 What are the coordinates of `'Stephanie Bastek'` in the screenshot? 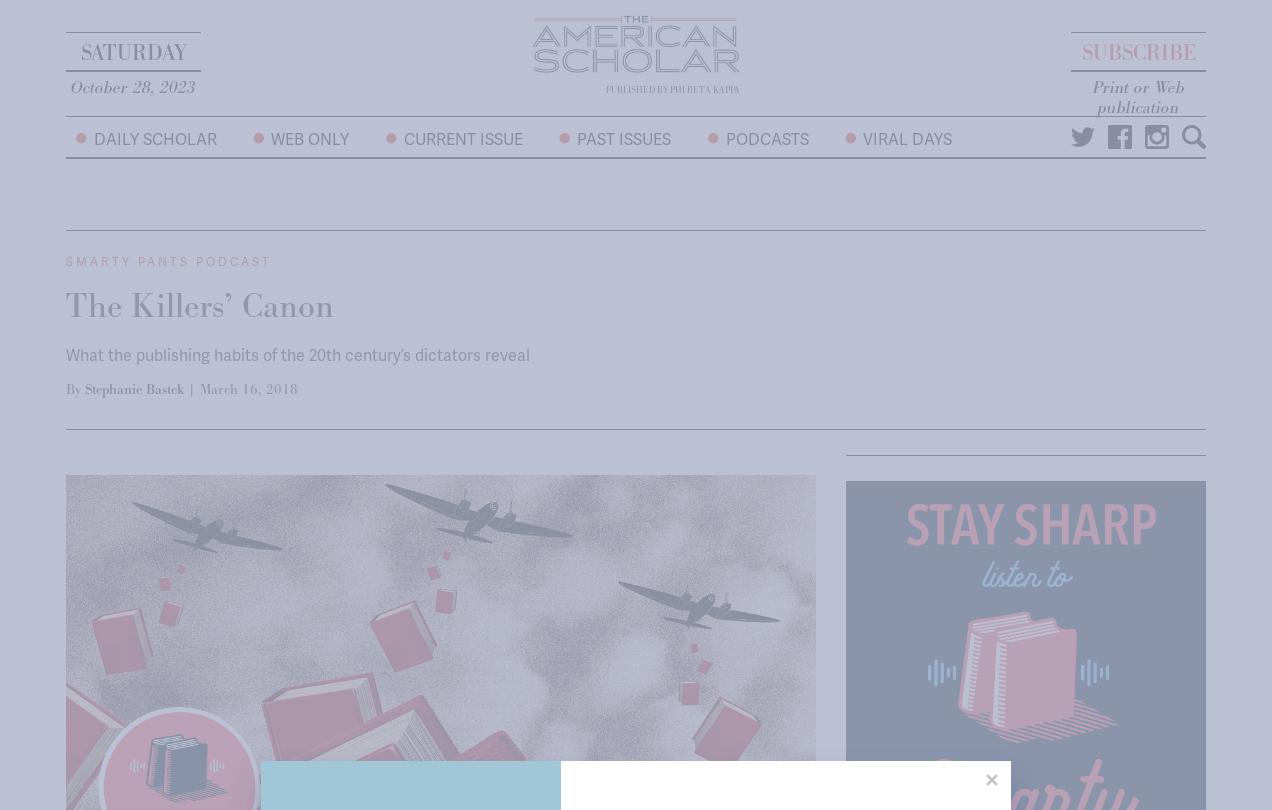 It's located at (133, 388).